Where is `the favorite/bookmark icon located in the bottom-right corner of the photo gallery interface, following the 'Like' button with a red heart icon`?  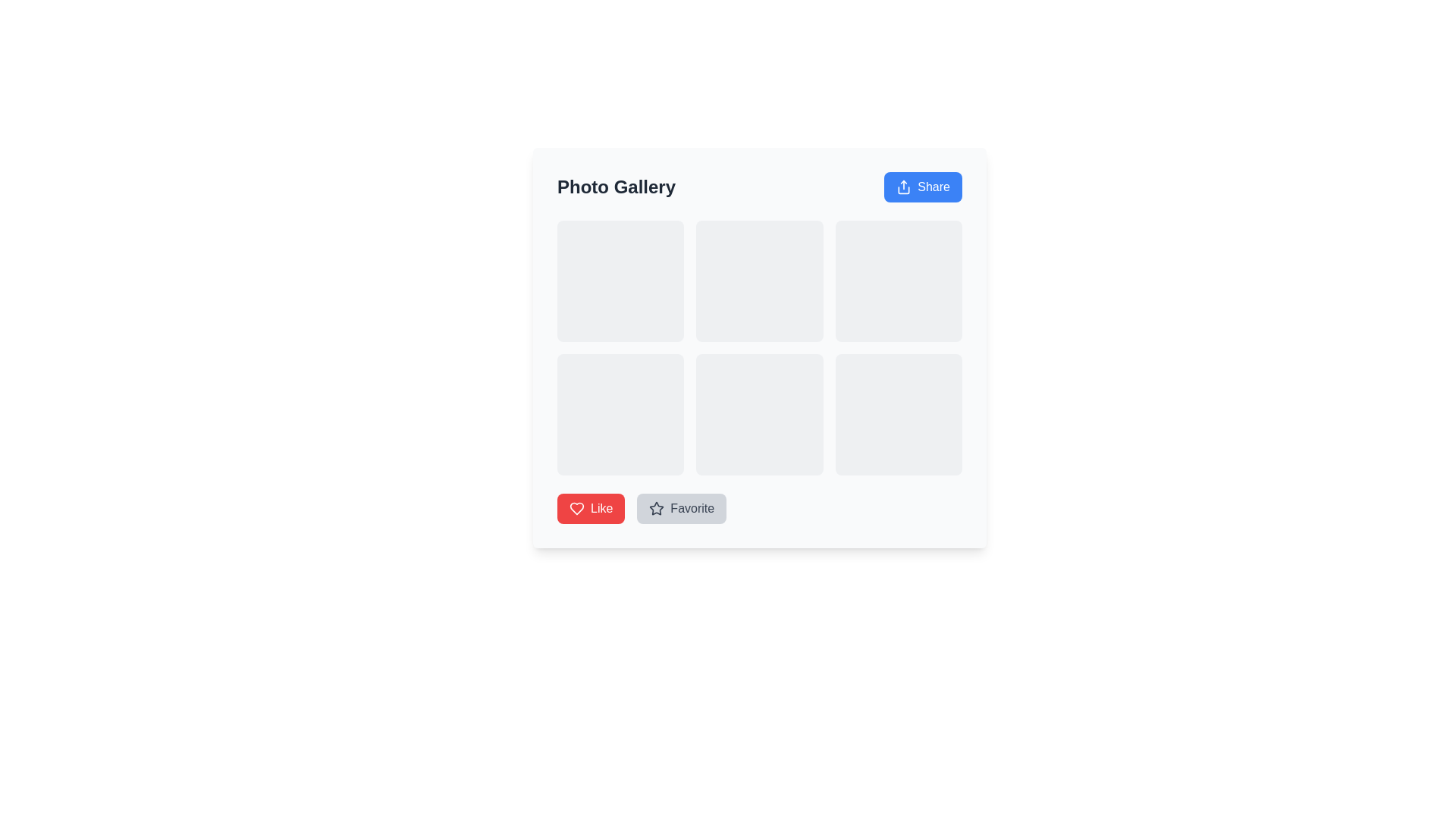
the favorite/bookmark icon located in the bottom-right corner of the photo gallery interface, following the 'Like' button with a red heart icon is located at coordinates (657, 508).